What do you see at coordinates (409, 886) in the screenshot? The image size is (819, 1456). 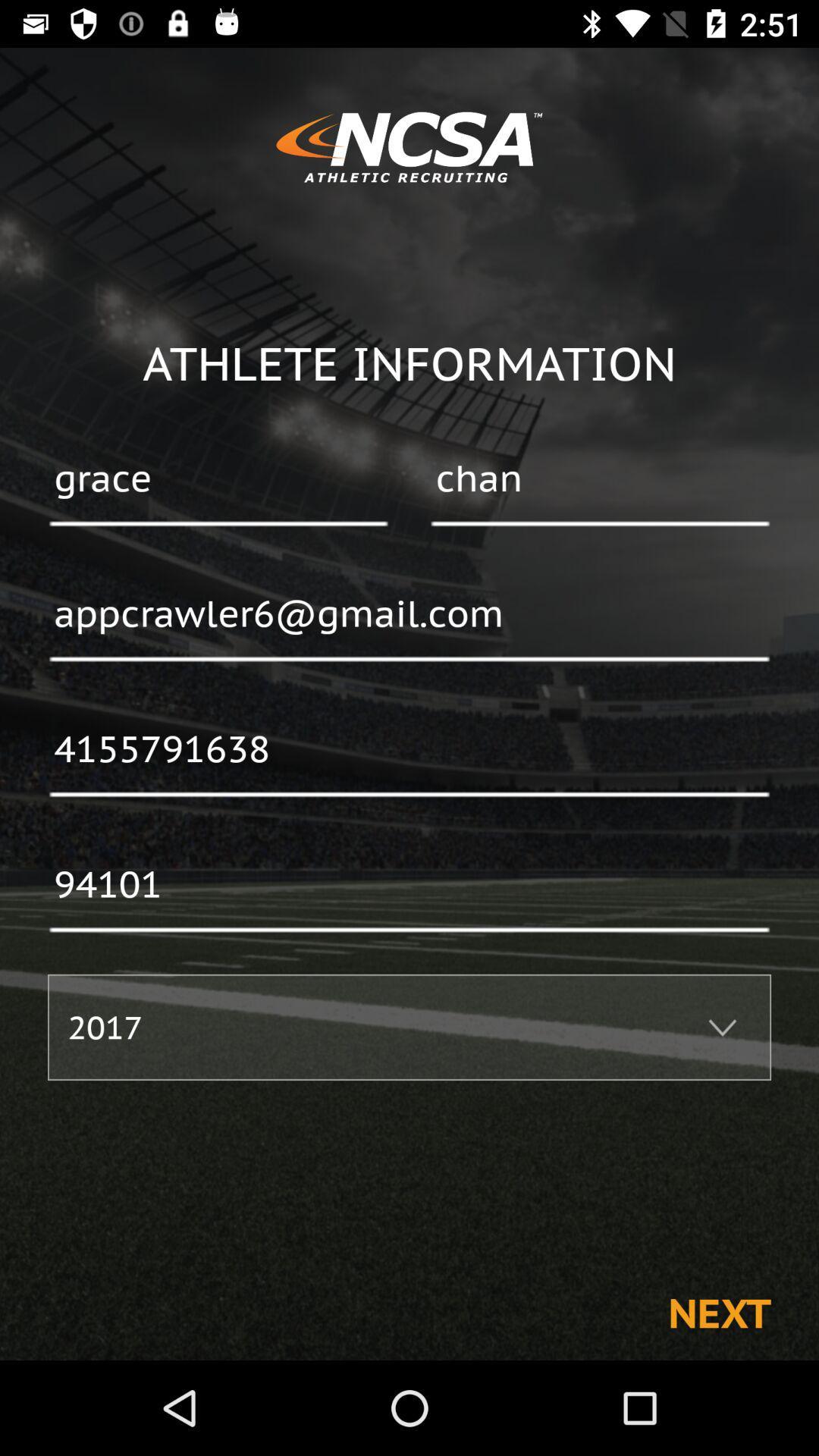 I see `icon above 2017` at bounding box center [409, 886].